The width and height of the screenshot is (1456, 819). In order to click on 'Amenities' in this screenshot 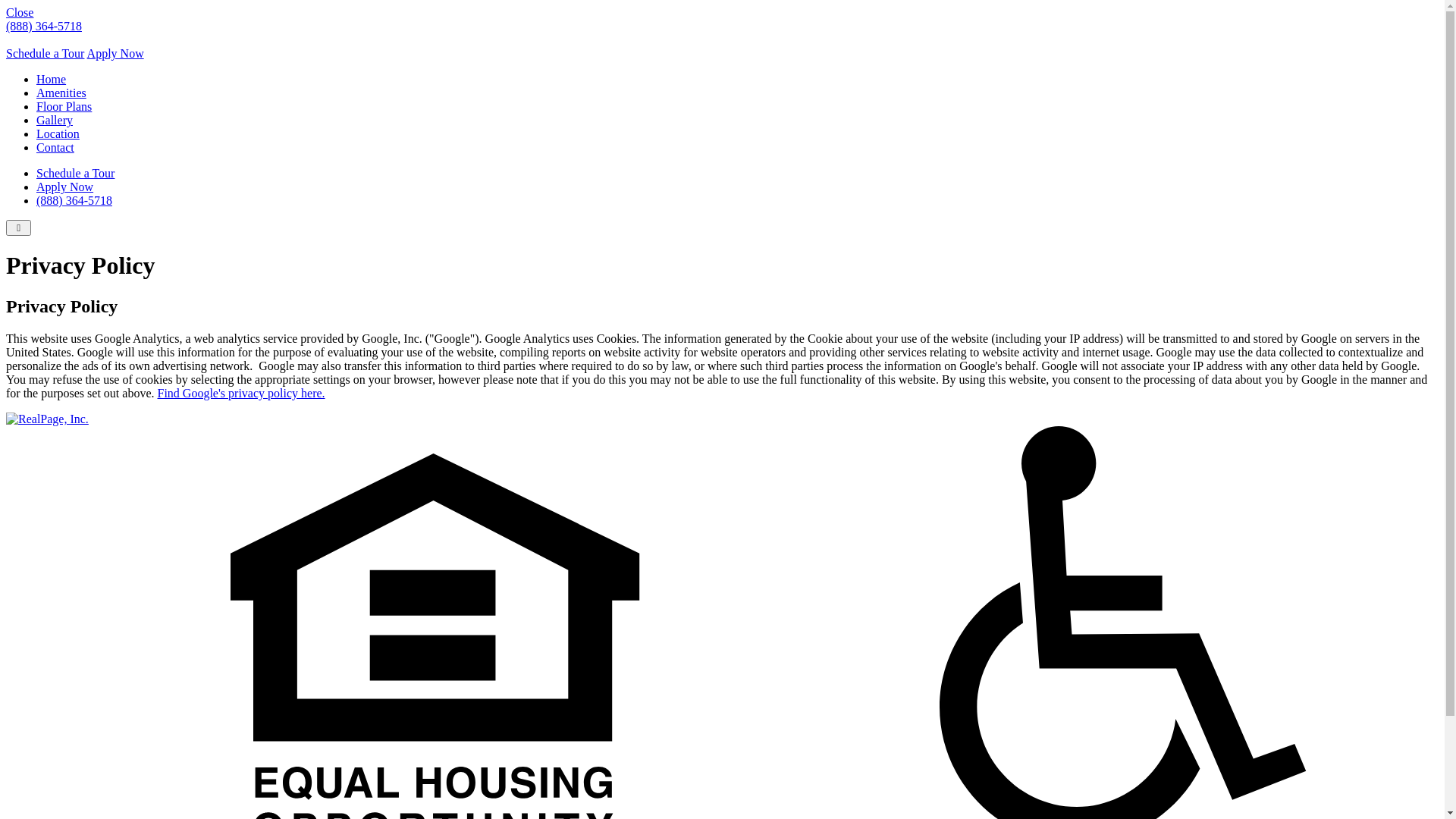, I will do `click(61, 93)`.